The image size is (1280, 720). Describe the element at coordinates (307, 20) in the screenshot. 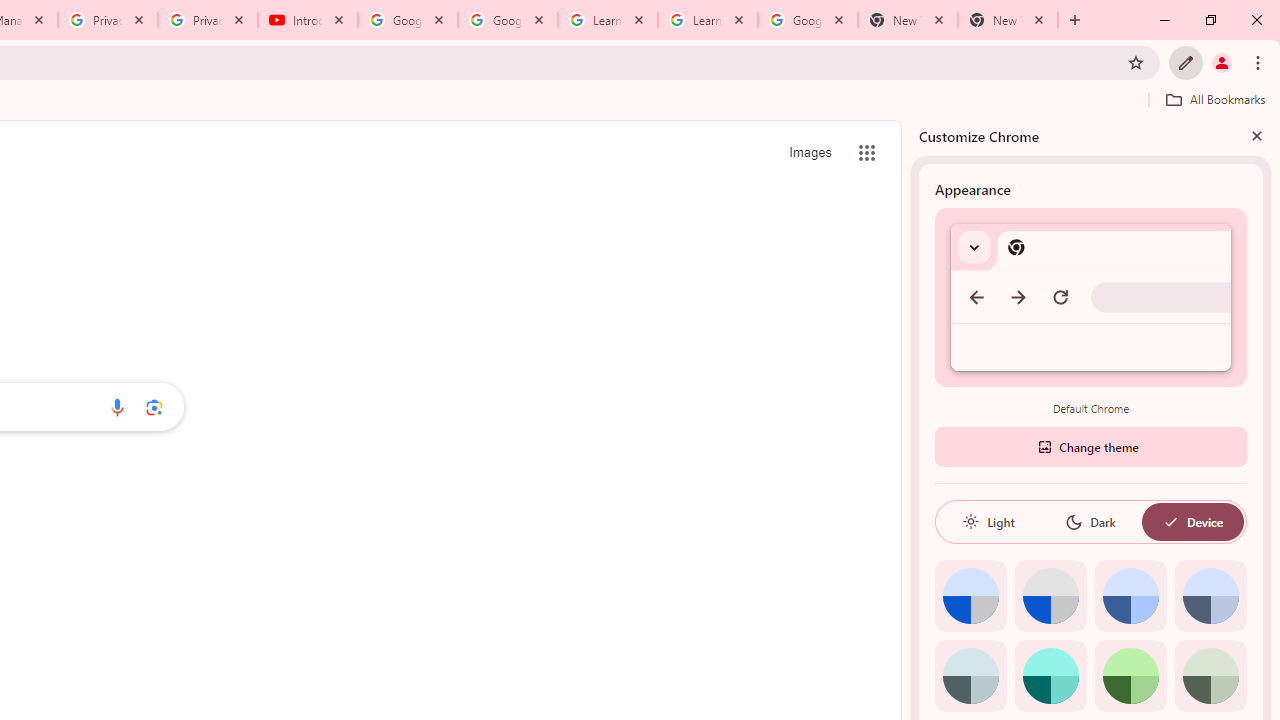

I see `'Introduction | Google Privacy Policy - YouTube'` at that location.